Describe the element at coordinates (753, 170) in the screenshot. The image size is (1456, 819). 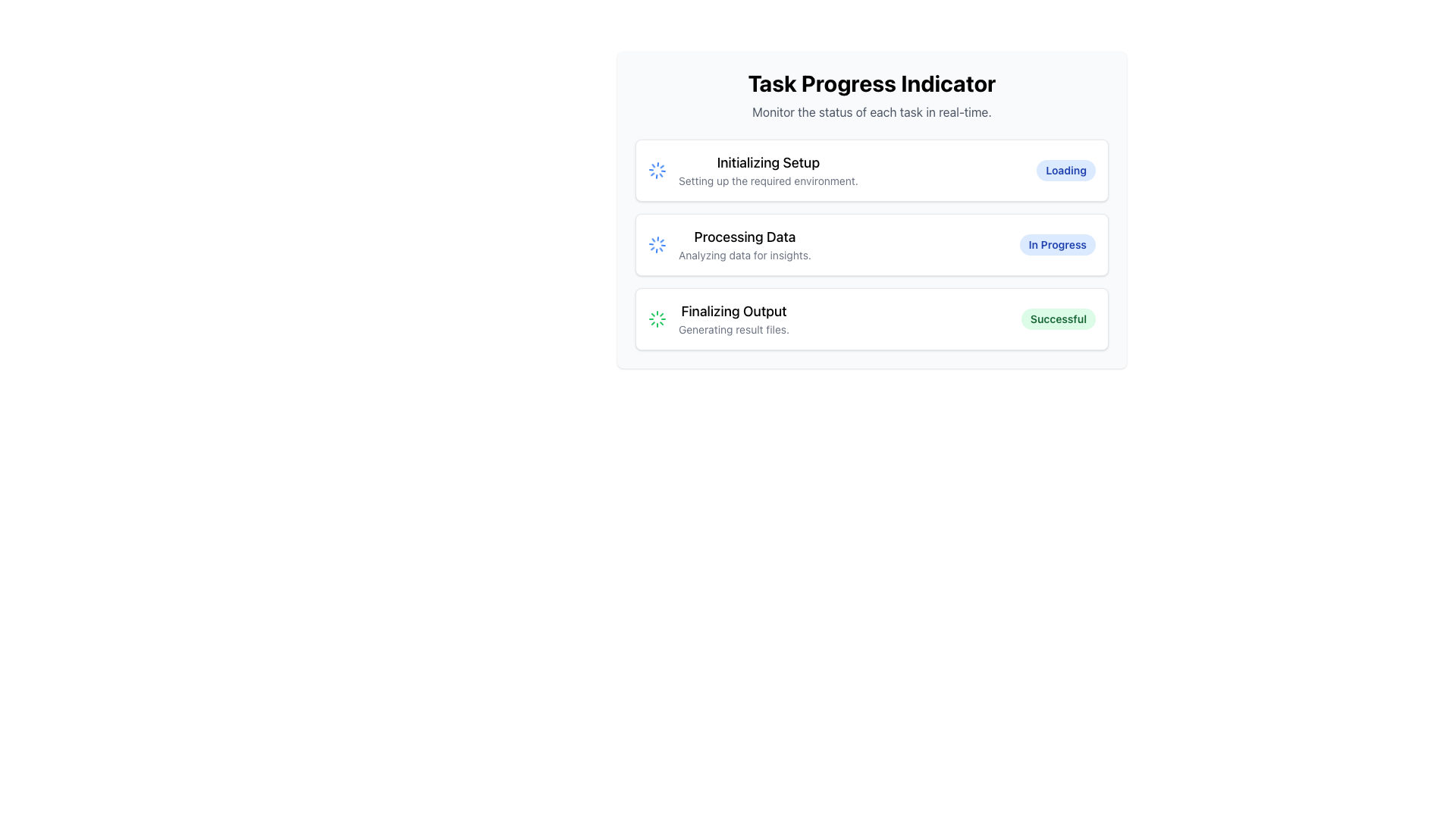
I see `the Status indicator displaying 'Initializing Setup' with a spinning blue animation` at that location.